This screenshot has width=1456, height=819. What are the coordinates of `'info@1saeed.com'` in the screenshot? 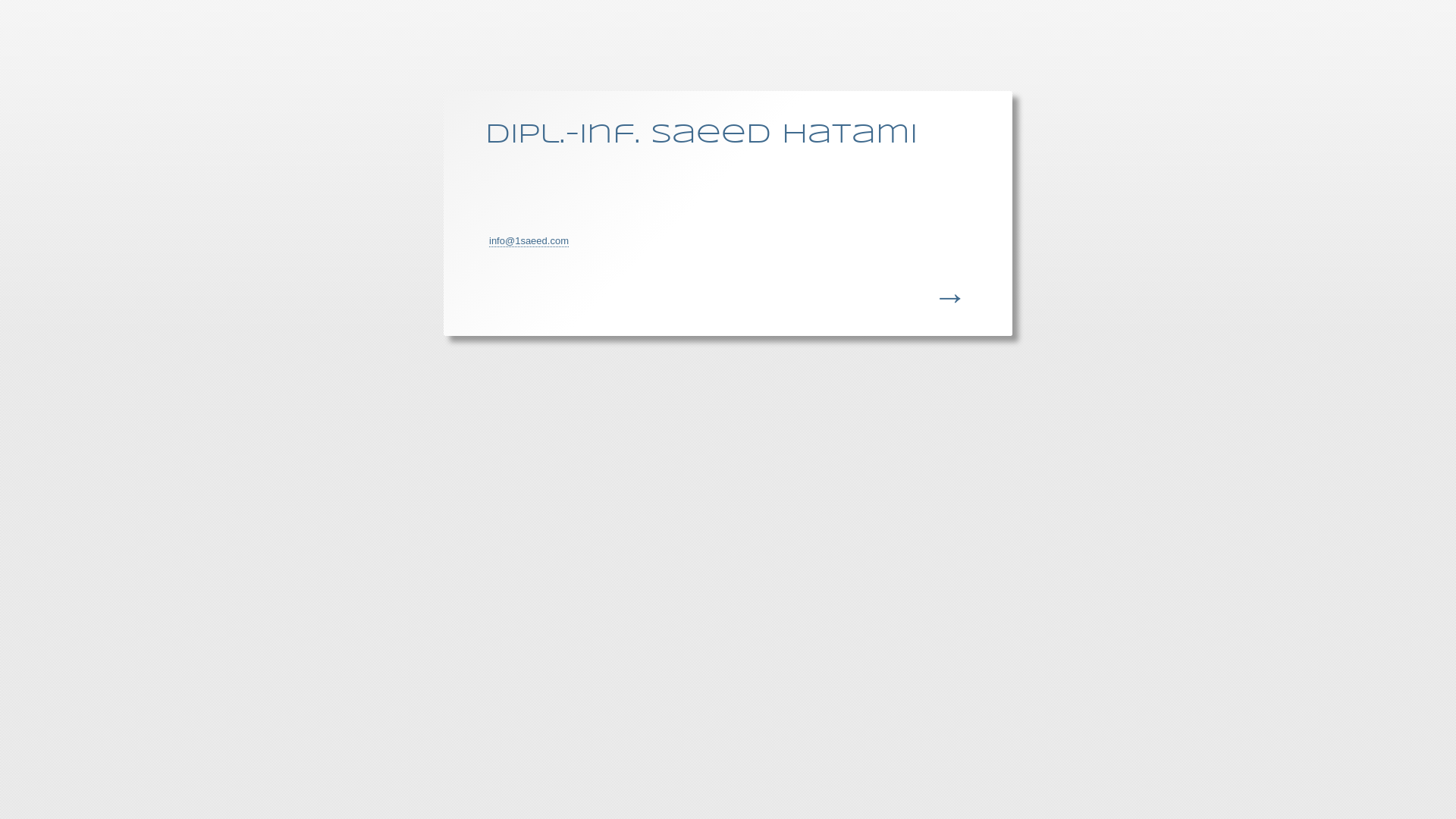 It's located at (529, 240).